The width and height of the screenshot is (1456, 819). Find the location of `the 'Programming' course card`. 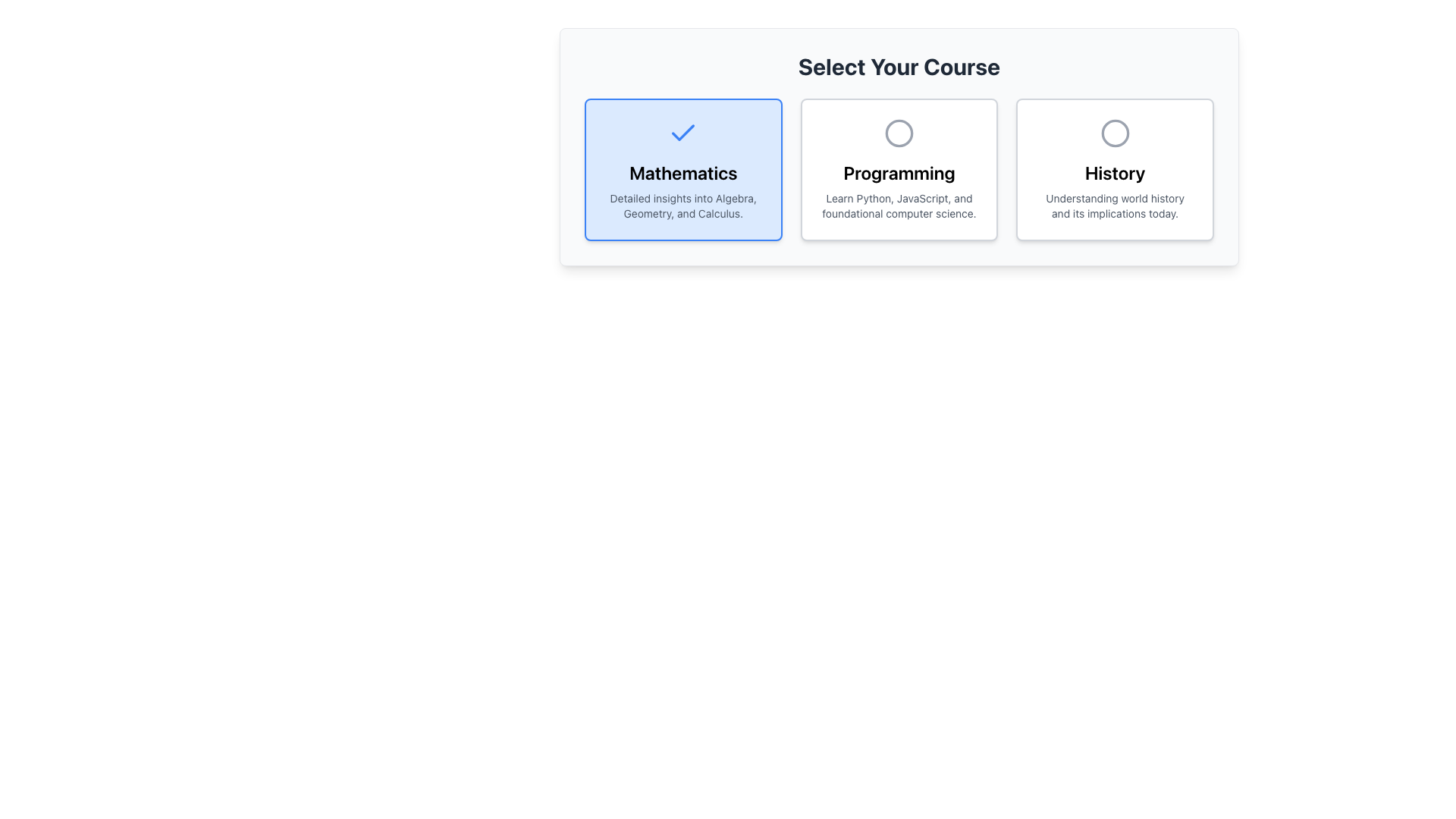

the 'Programming' course card is located at coordinates (899, 169).